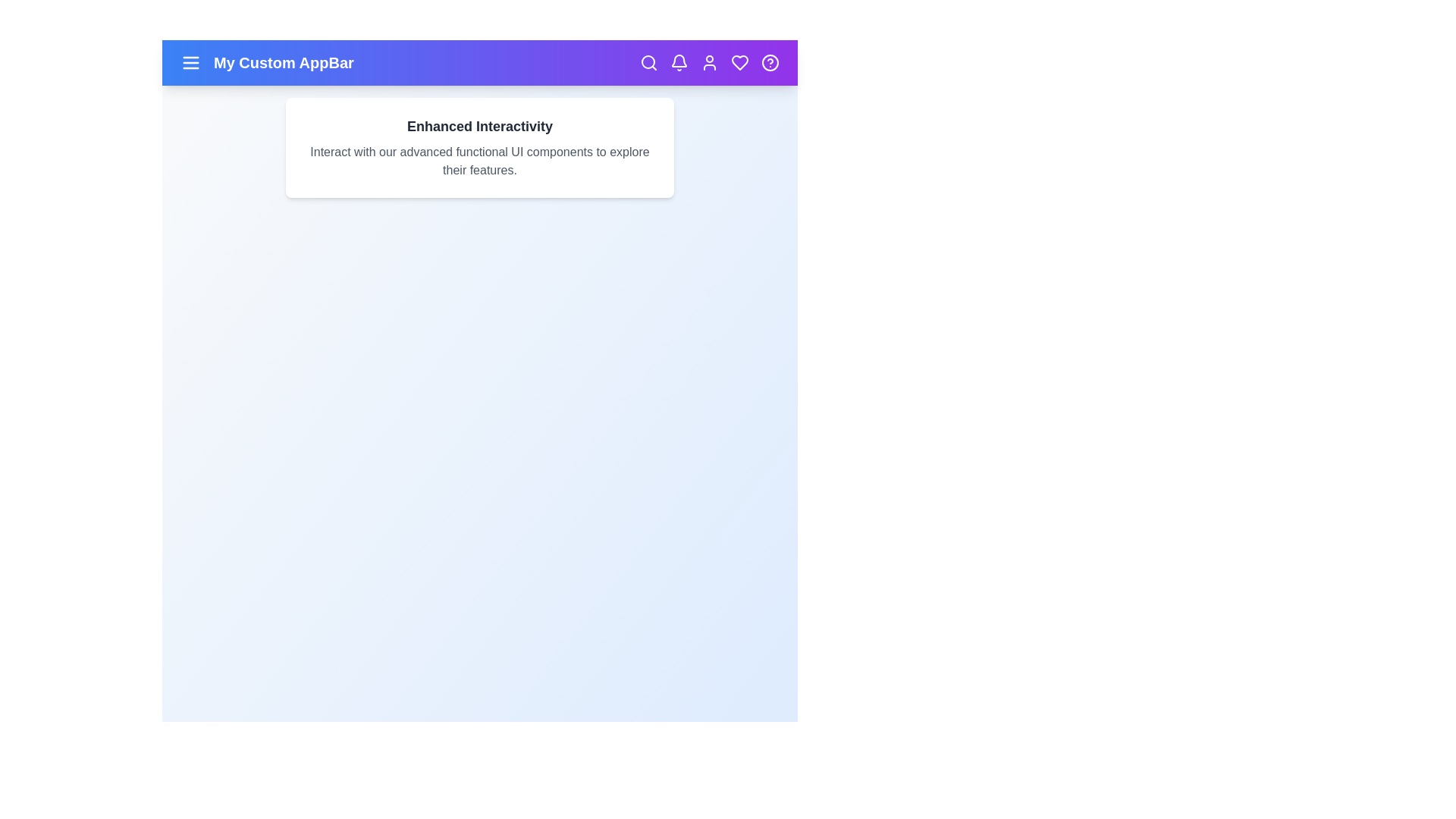 Image resolution: width=1456 pixels, height=819 pixels. What do you see at coordinates (648, 62) in the screenshot?
I see `the search icon in the app bar` at bounding box center [648, 62].